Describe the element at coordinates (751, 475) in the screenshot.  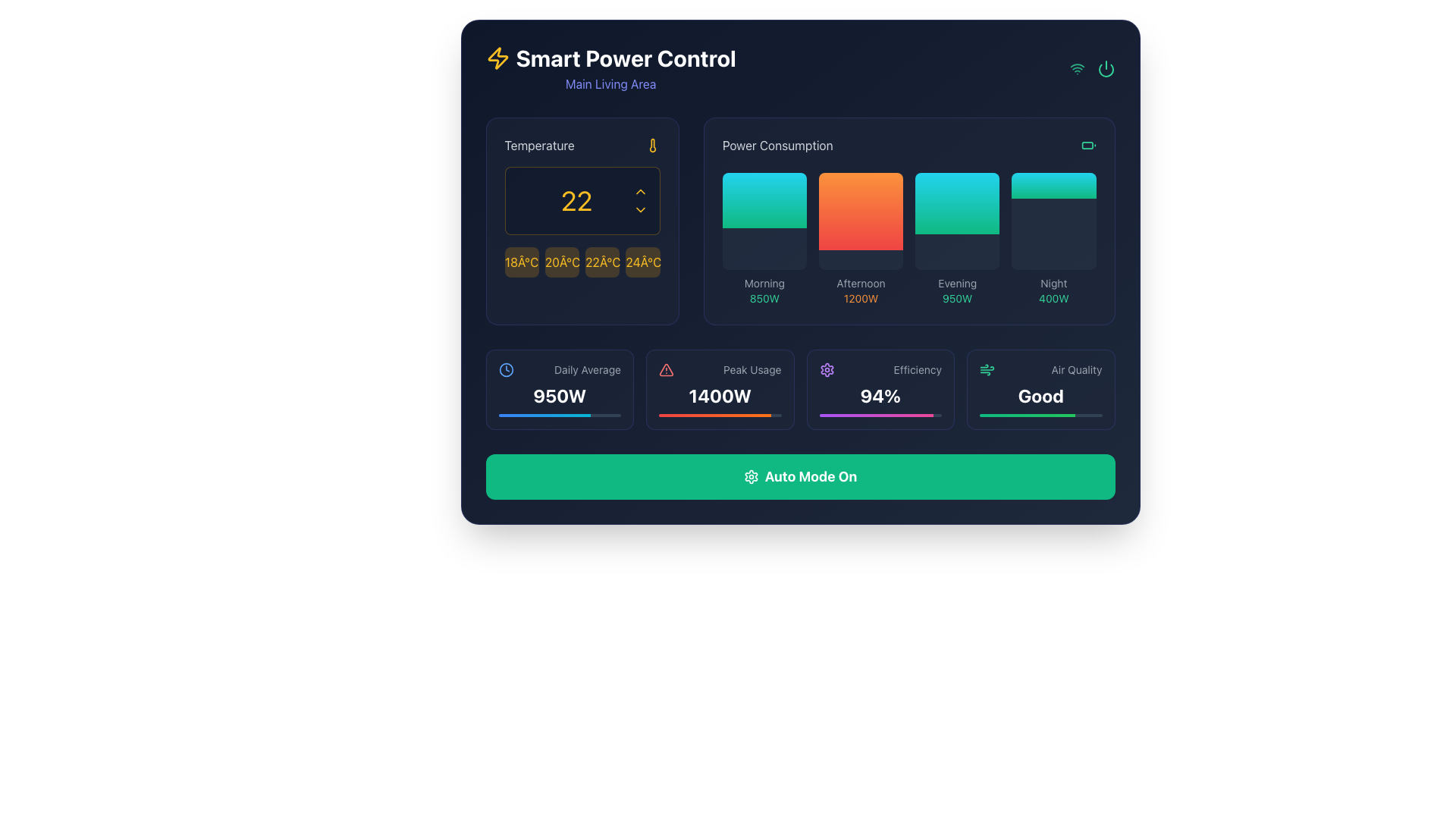
I see `the Settings icon located in the top-right corner of the interface` at that location.